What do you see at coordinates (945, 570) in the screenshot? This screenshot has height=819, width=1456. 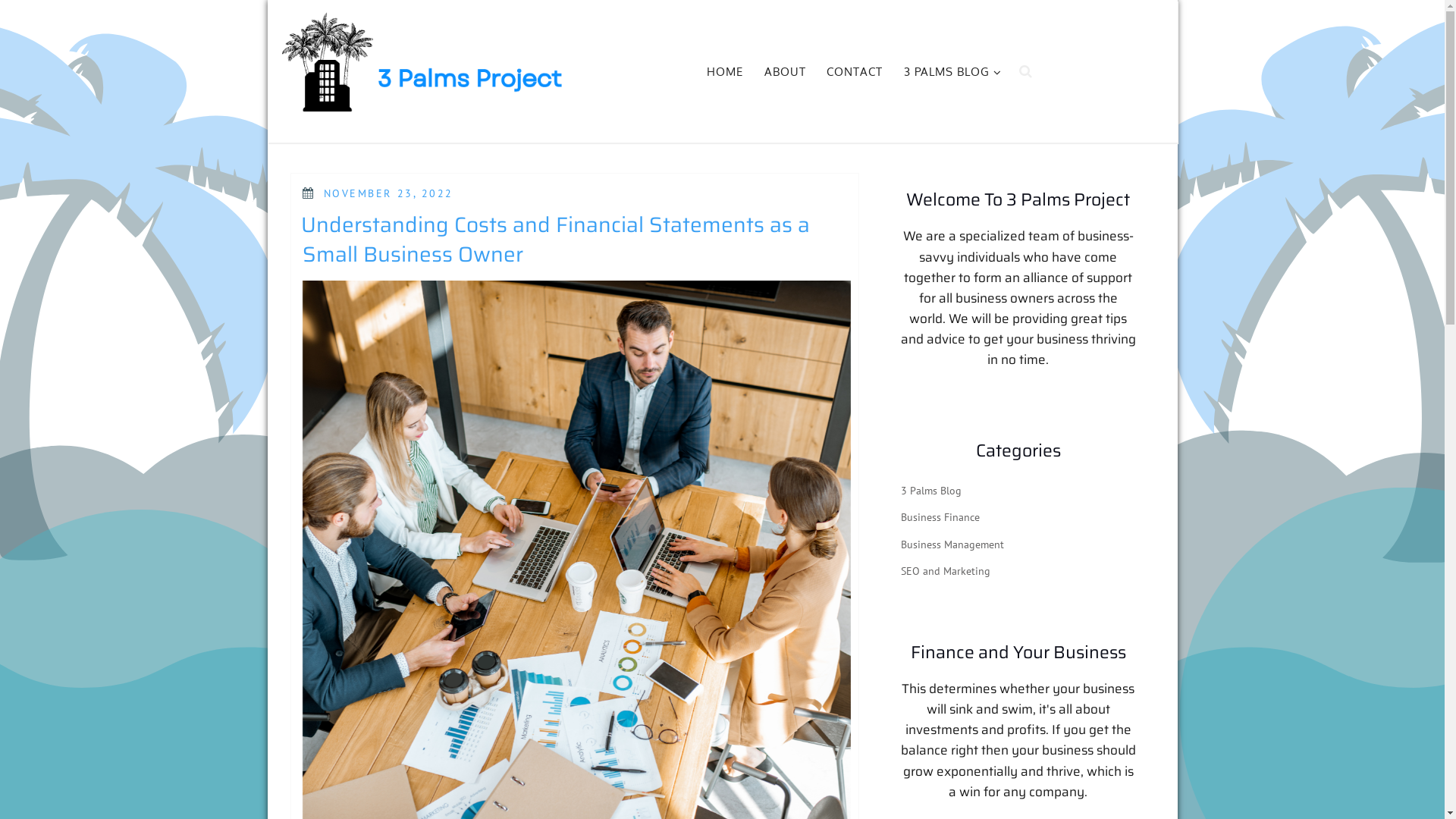 I see `'SEO and Marketing'` at bounding box center [945, 570].